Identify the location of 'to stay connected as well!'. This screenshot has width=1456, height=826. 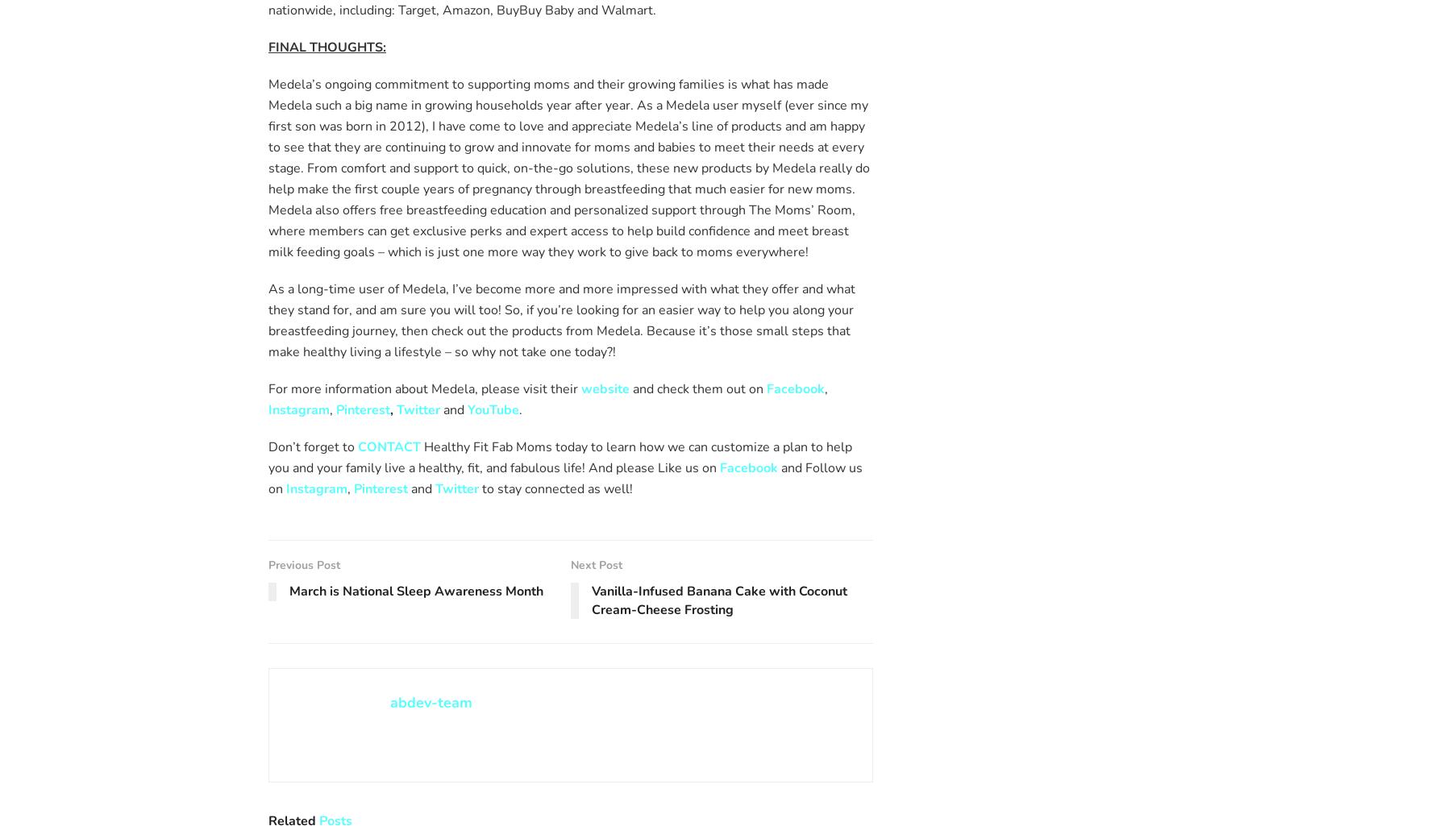
(555, 488).